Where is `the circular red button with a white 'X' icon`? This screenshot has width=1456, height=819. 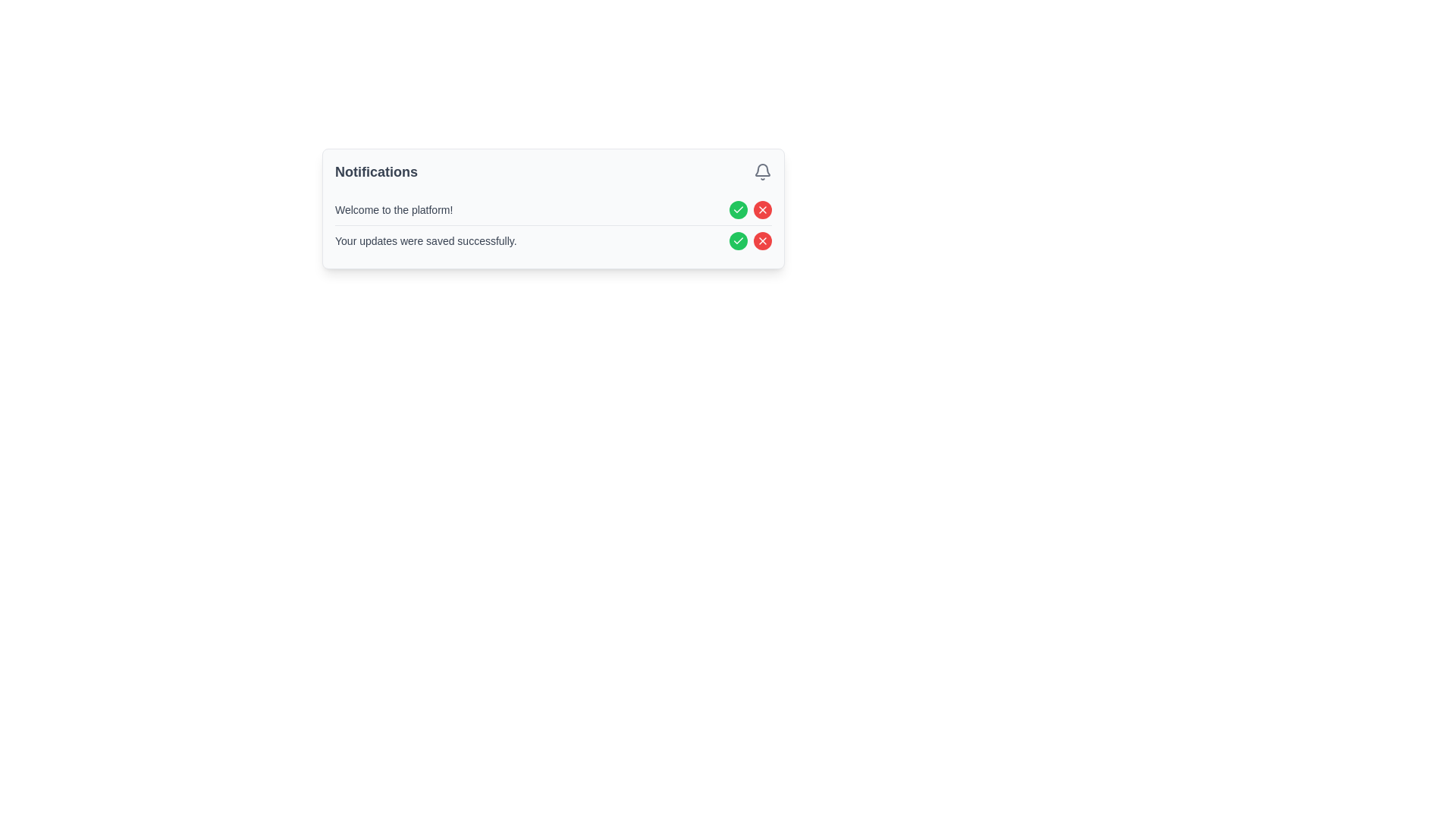
the circular red button with a white 'X' icon is located at coordinates (763, 240).